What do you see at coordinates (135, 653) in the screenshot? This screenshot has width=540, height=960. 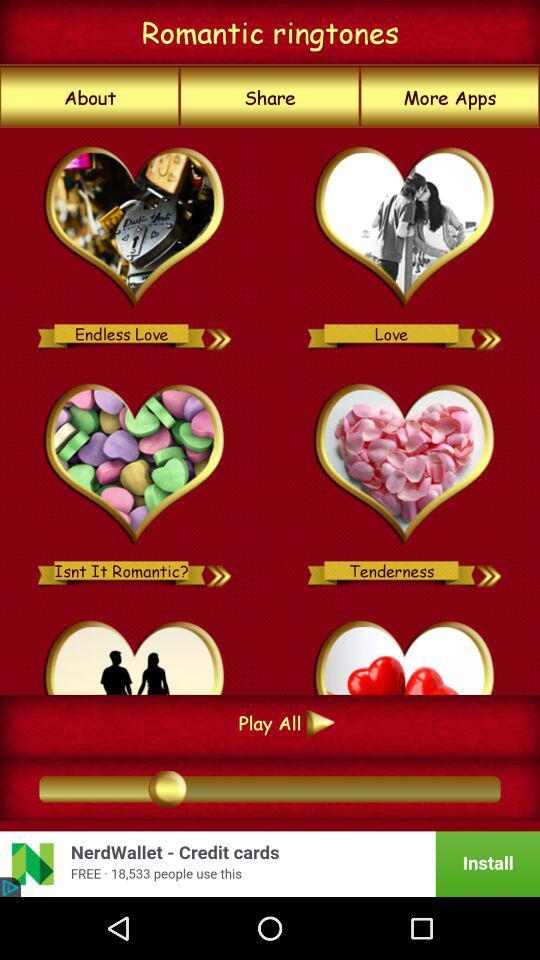 I see `this ringtone` at bounding box center [135, 653].